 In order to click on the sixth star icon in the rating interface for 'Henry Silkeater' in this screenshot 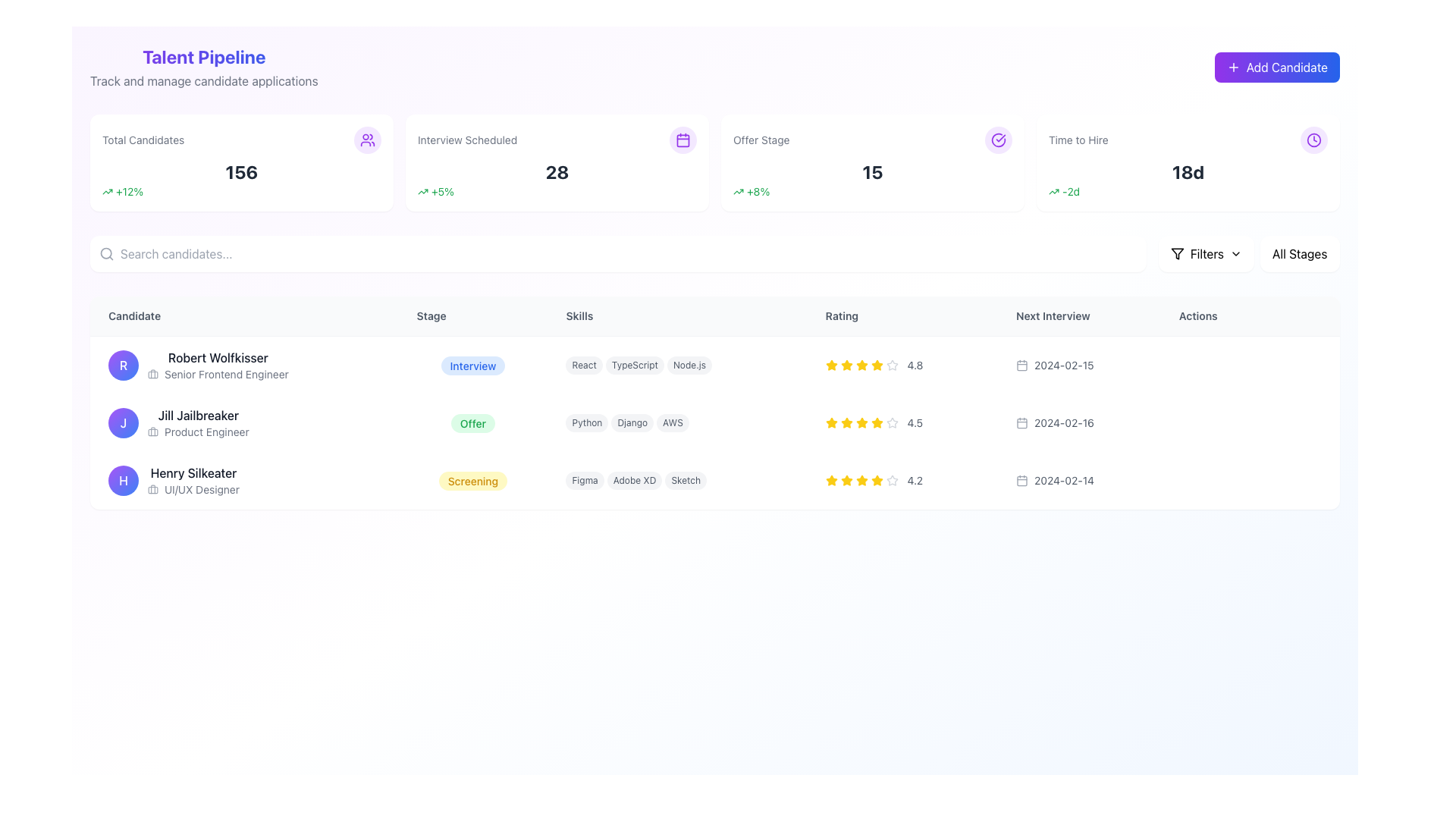, I will do `click(892, 480)`.